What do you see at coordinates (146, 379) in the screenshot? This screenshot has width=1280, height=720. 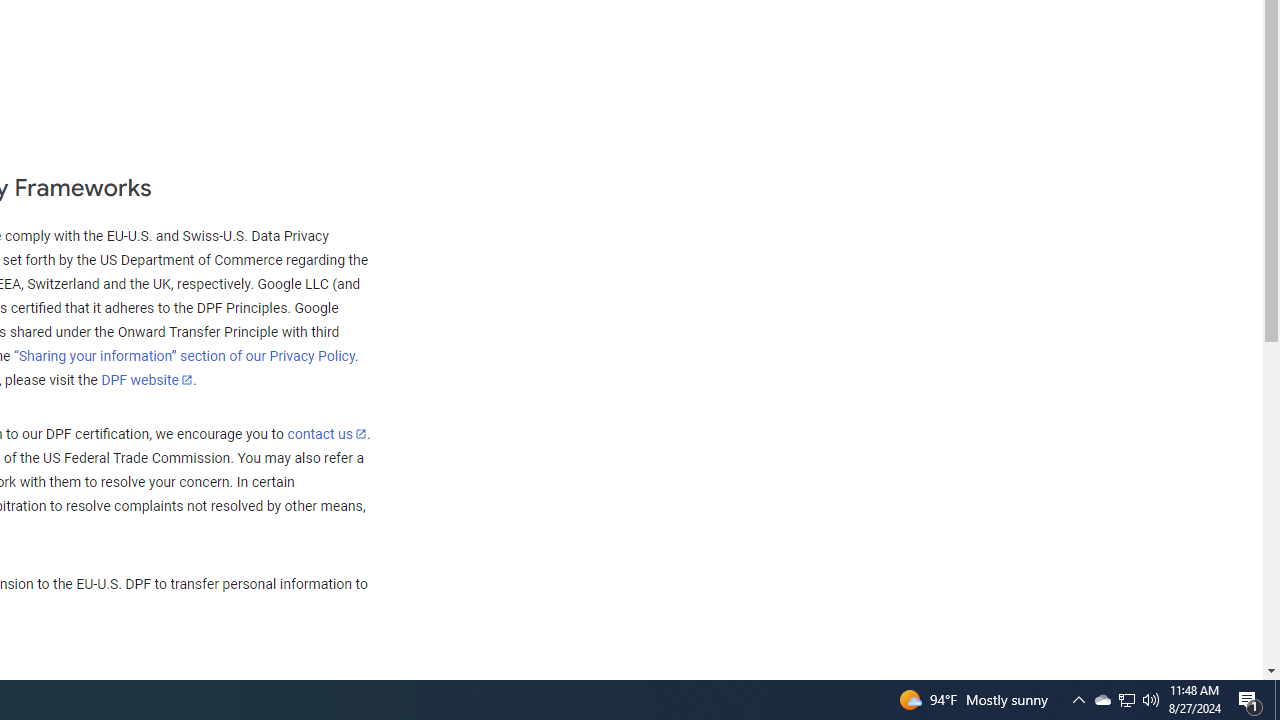 I see `'DPF website'` at bounding box center [146, 379].